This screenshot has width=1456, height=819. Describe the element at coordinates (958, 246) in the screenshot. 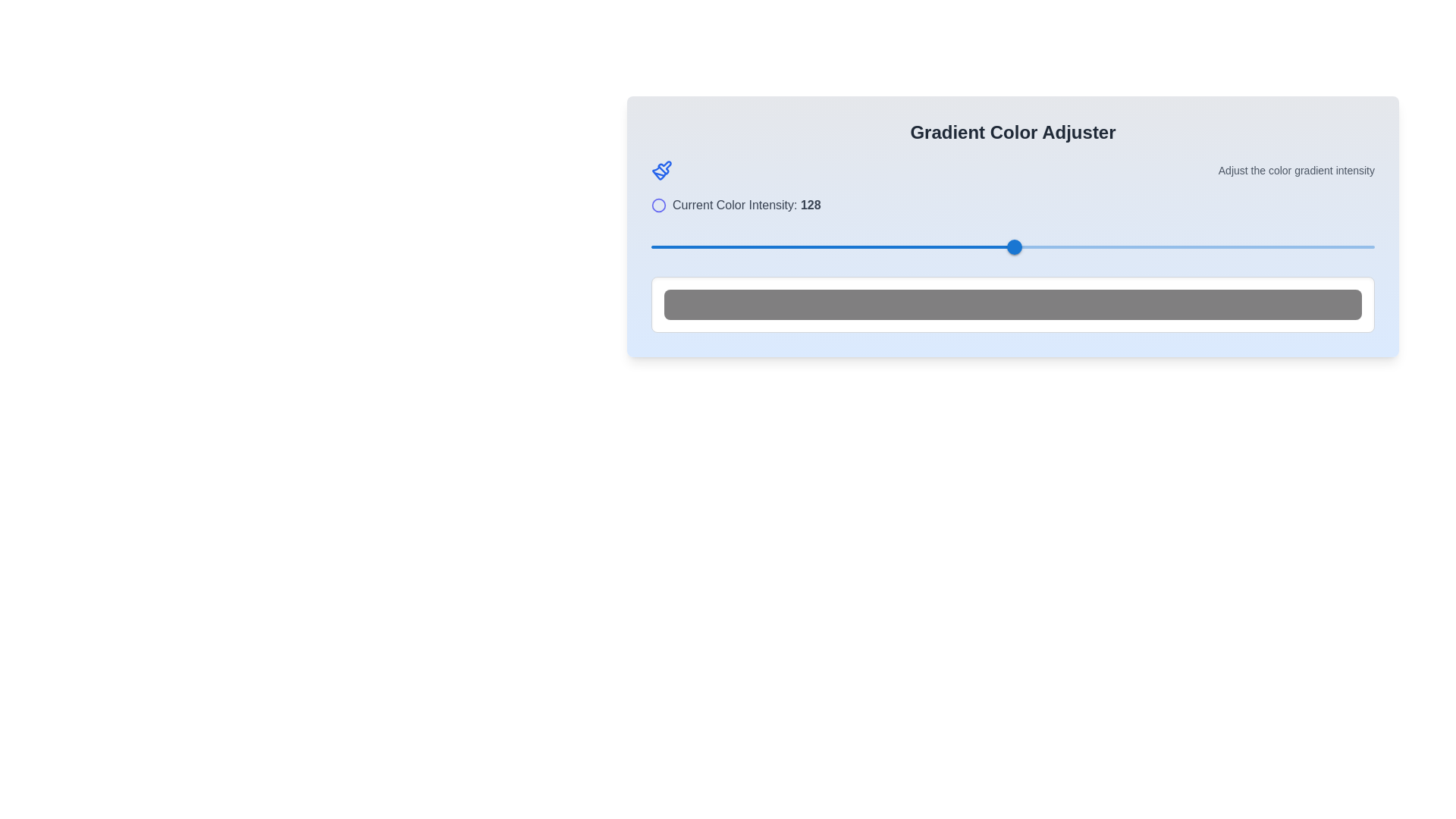

I see `the gradient color intensity` at that location.